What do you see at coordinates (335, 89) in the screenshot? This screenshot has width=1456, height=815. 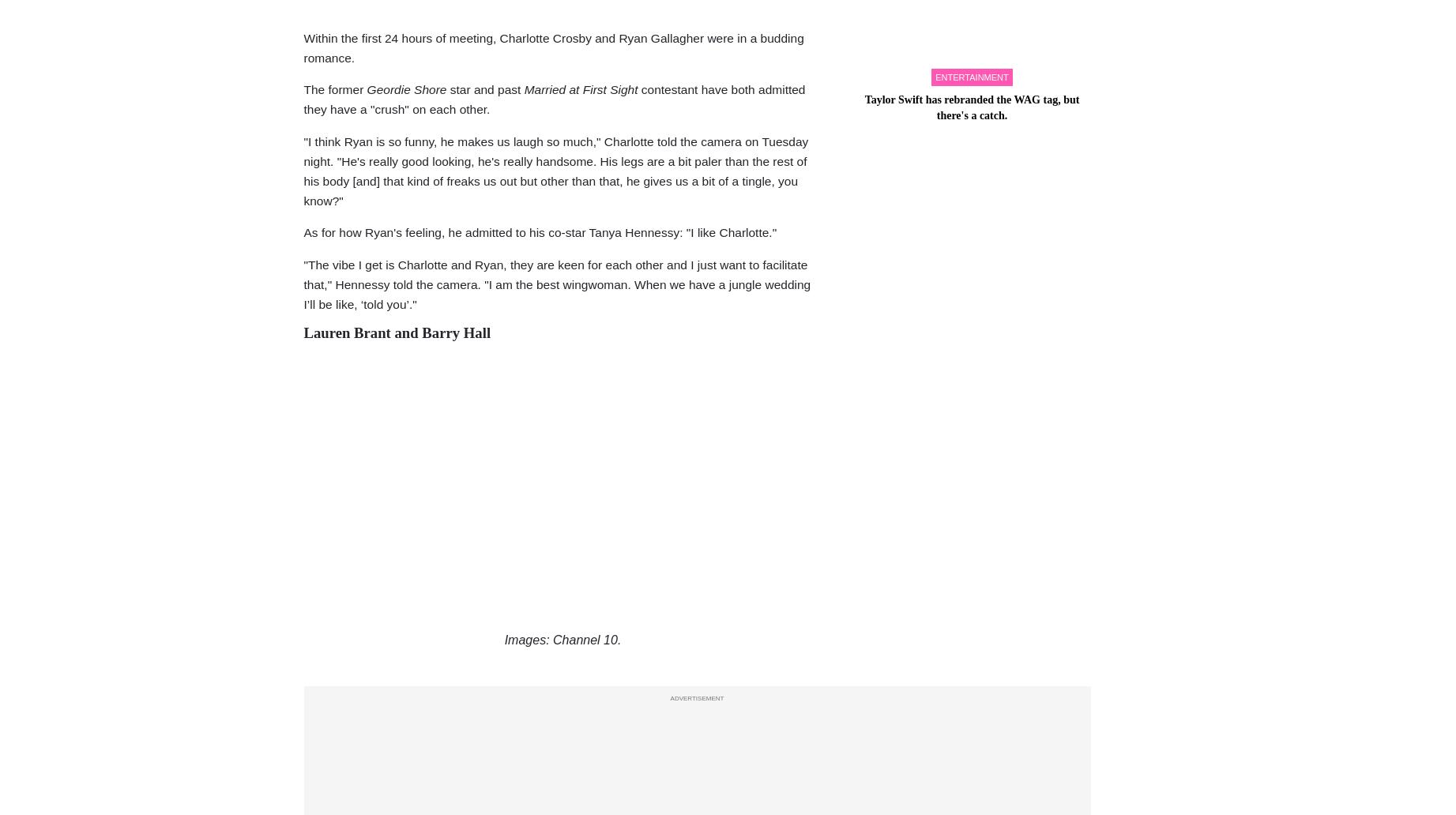 I see `'The former'` at bounding box center [335, 89].